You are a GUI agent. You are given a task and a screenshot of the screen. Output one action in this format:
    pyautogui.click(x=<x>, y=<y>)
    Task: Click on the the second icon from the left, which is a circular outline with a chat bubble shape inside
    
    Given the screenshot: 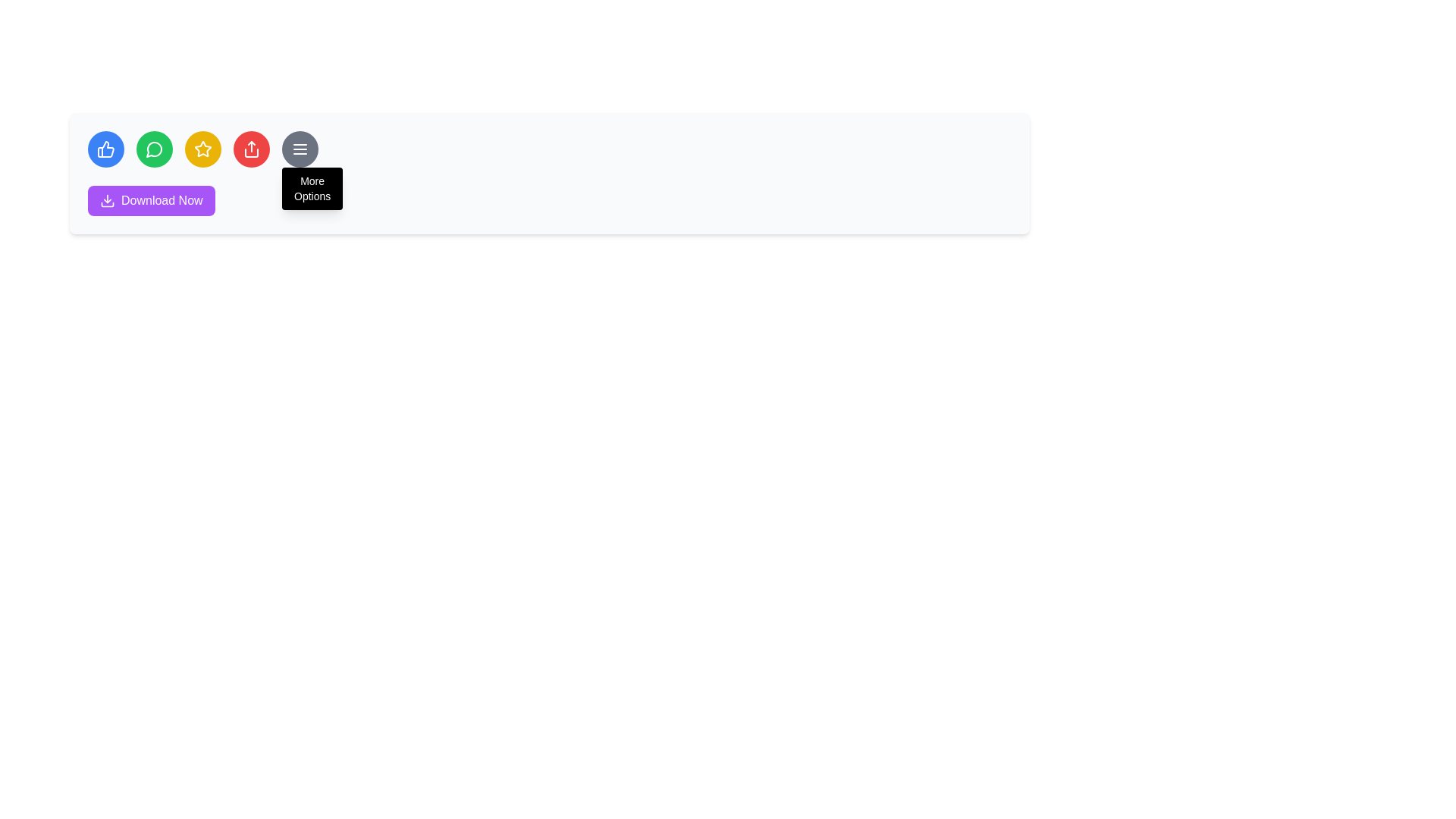 What is the action you would take?
    pyautogui.click(x=154, y=149)
    